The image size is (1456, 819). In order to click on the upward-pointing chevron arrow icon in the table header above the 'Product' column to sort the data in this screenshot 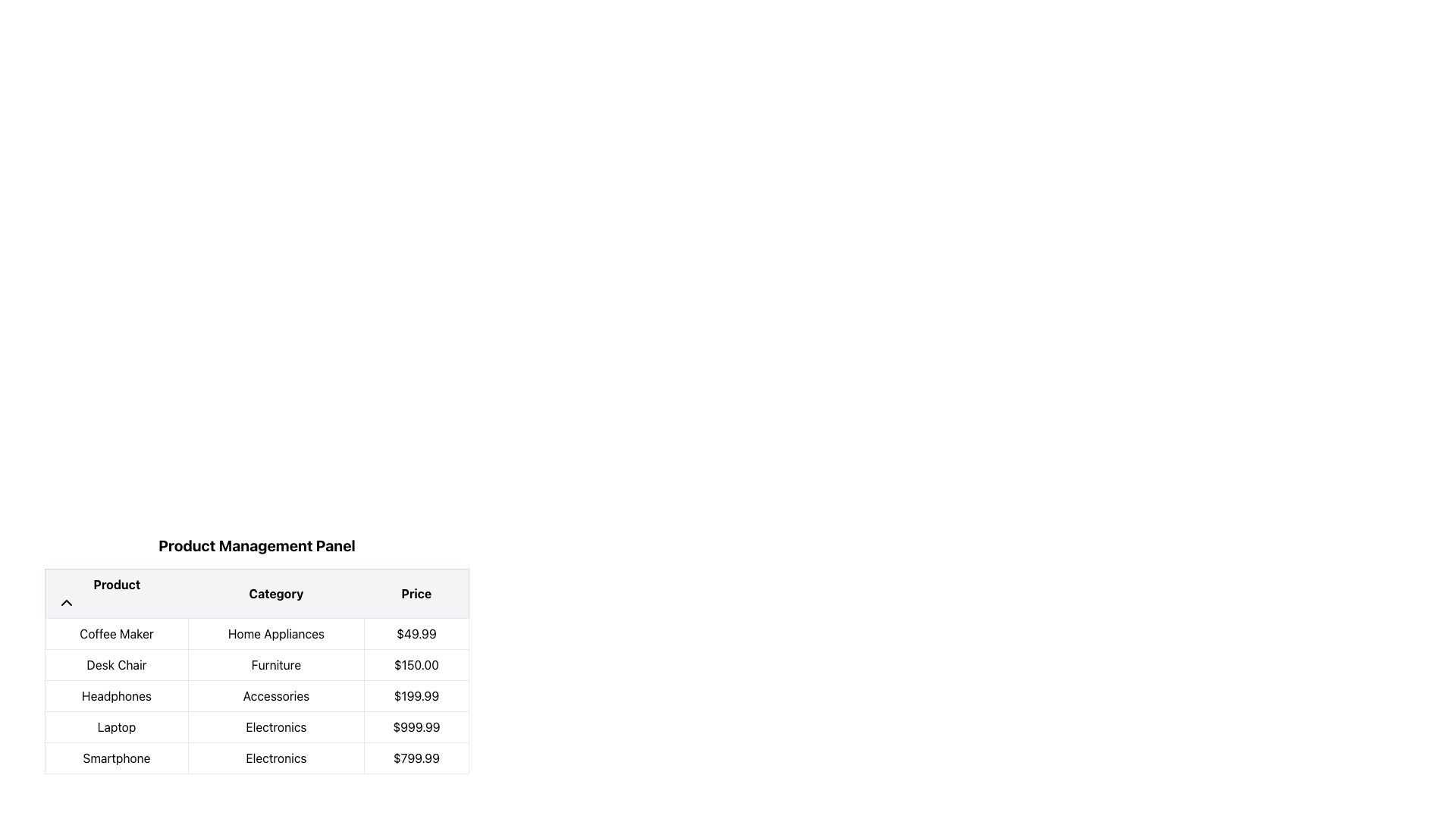, I will do `click(65, 601)`.